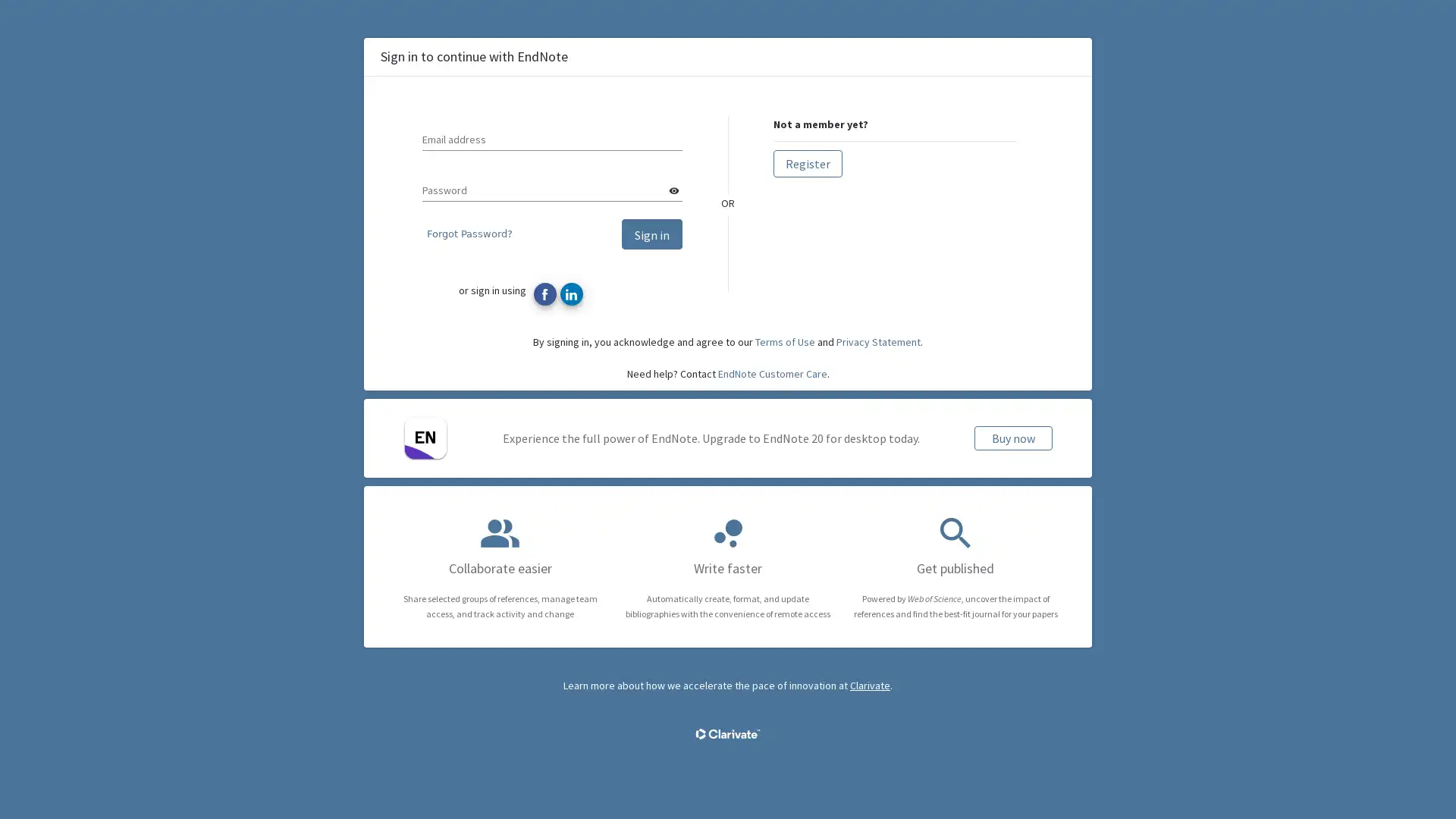  I want to click on Forgot Password?, so click(468, 234).